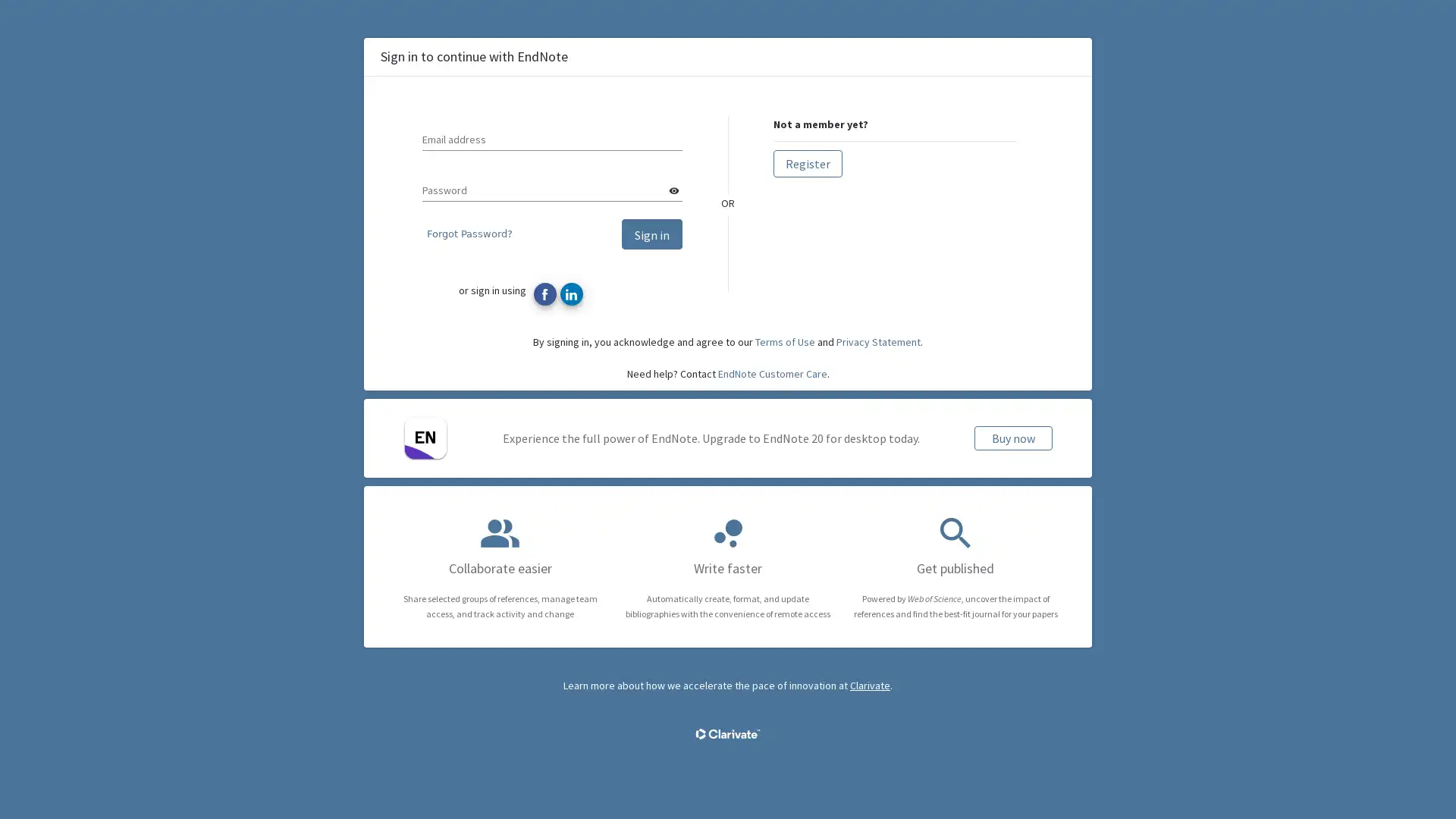  I want to click on Forgot Password?, so click(468, 234).